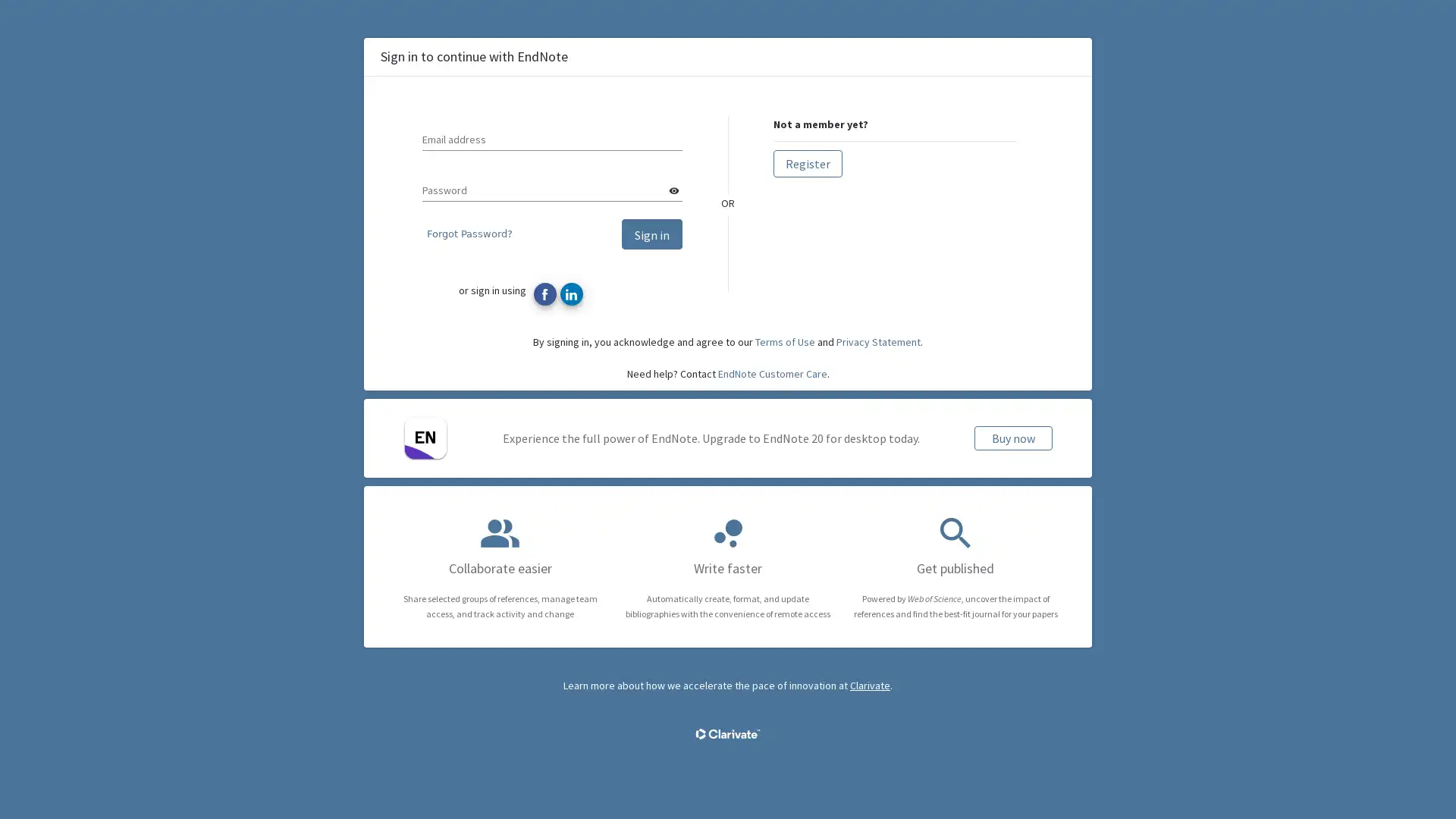  I want to click on Forgot Password?, so click(468, 234).